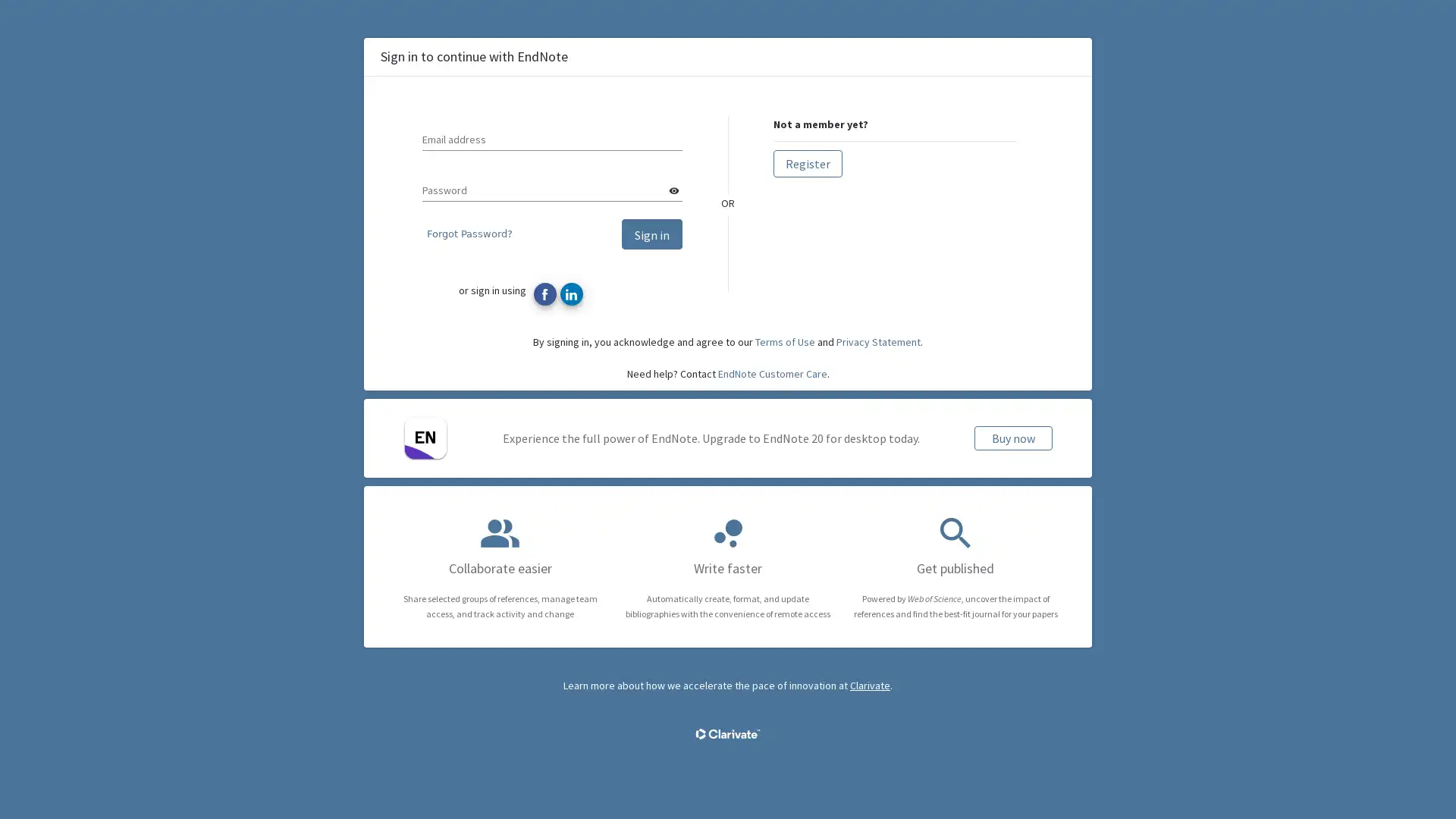  I want to click on Forgot Password?, so click(468, 234).